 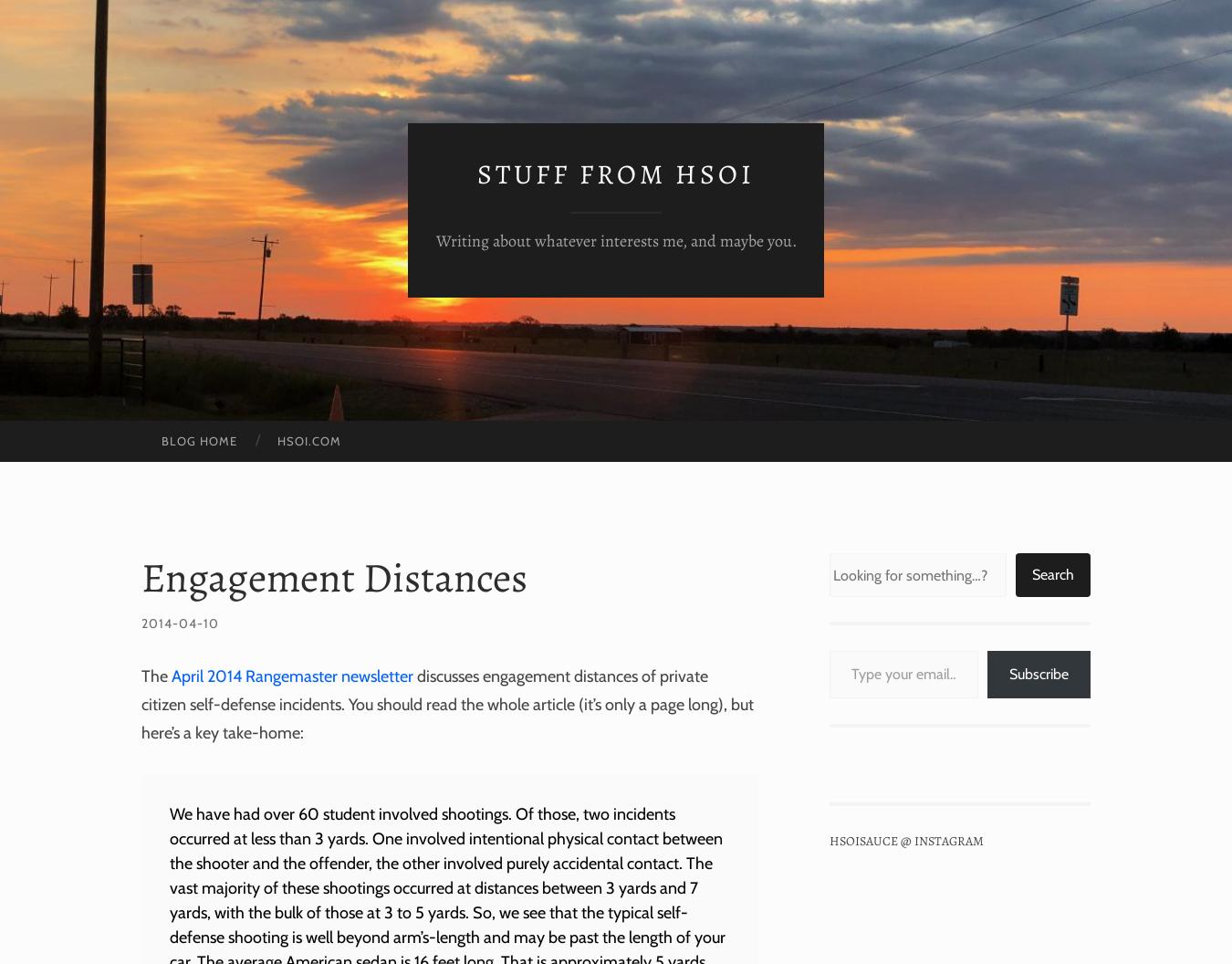 What do you see at coordinates (1051, 573) in the screenshot?
I see `'Search'` at bounding box center [1051, 573].